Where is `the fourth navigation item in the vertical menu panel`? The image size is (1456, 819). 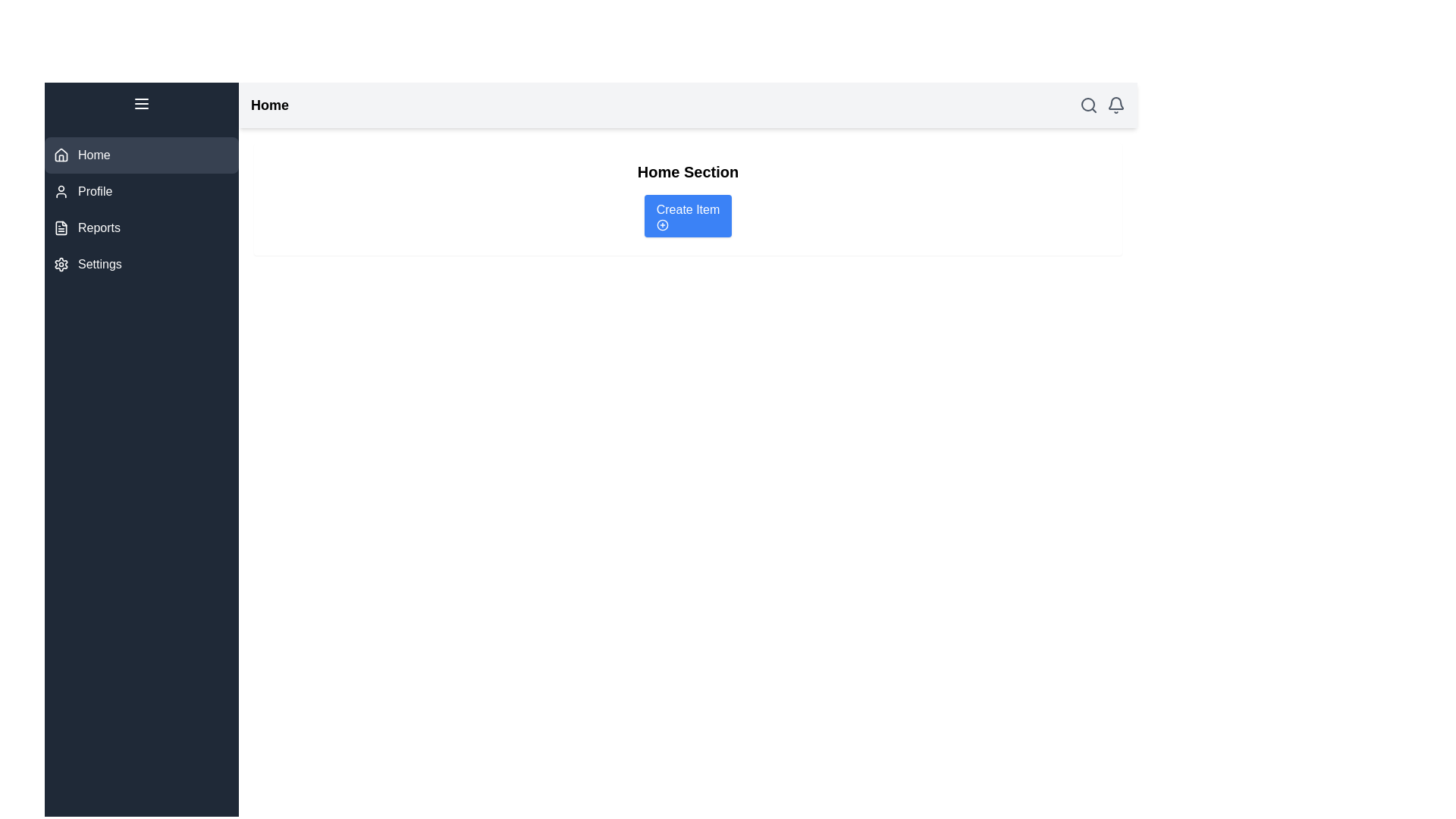
the fourth navigation item in the vertical menu panel is located at coordinates (142, 263).